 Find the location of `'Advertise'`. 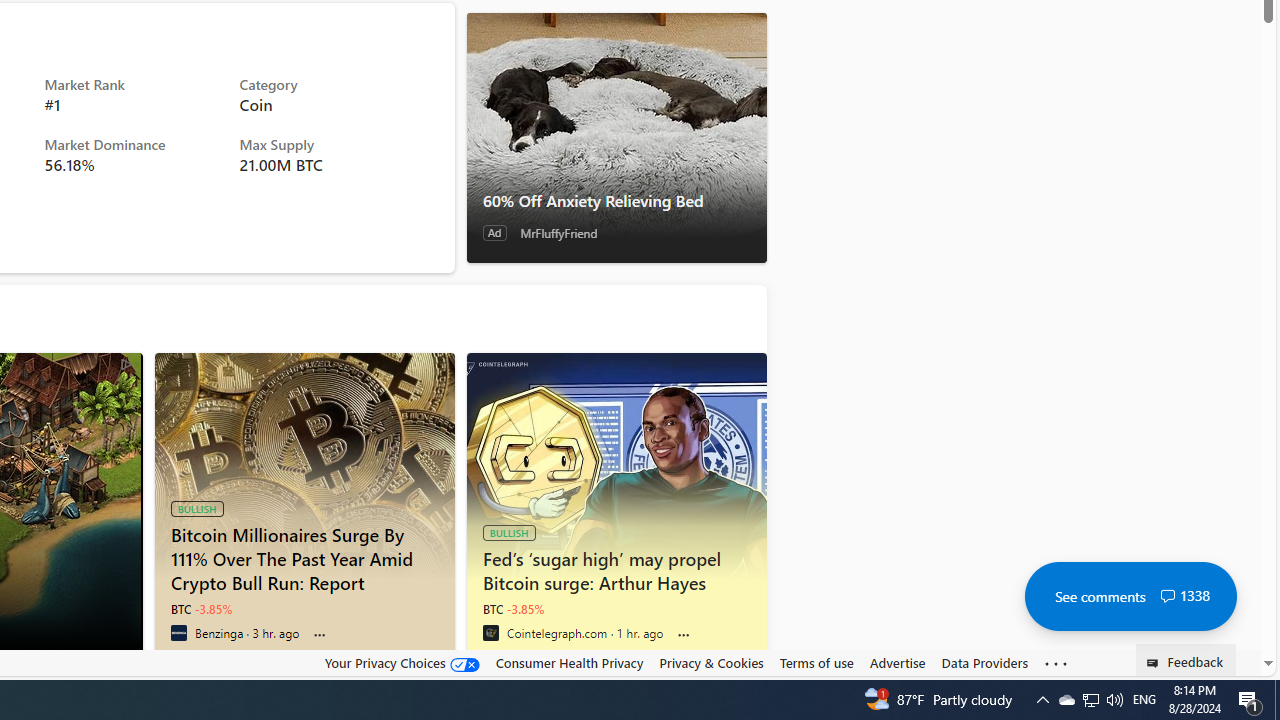

'Advertise' is located at coordinates (896, 662).